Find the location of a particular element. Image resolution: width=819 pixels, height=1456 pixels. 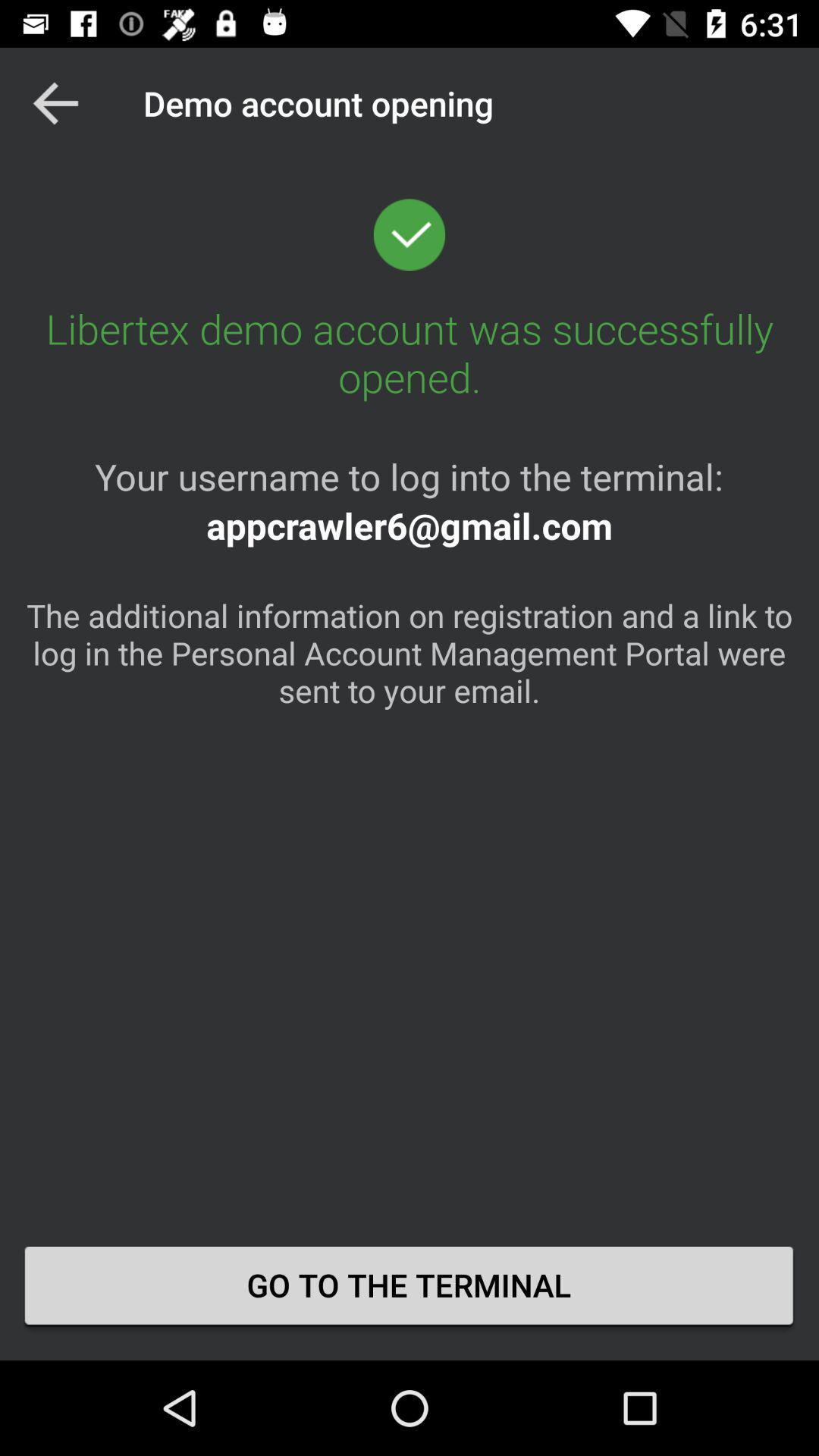

go back is located at coordinates (55, 102).